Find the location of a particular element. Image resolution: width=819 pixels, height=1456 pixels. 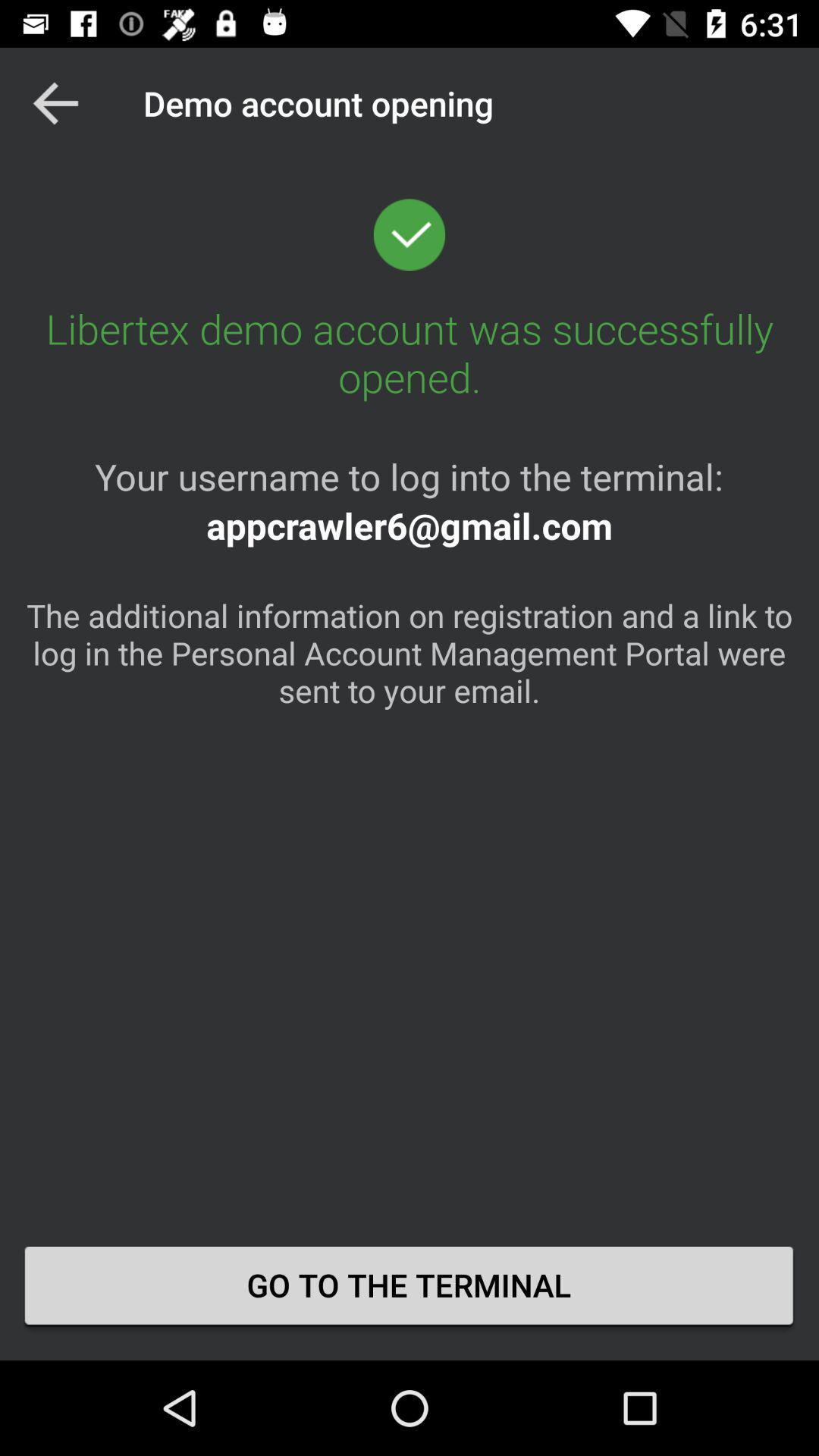

go back is located at coordinates (55, 102).